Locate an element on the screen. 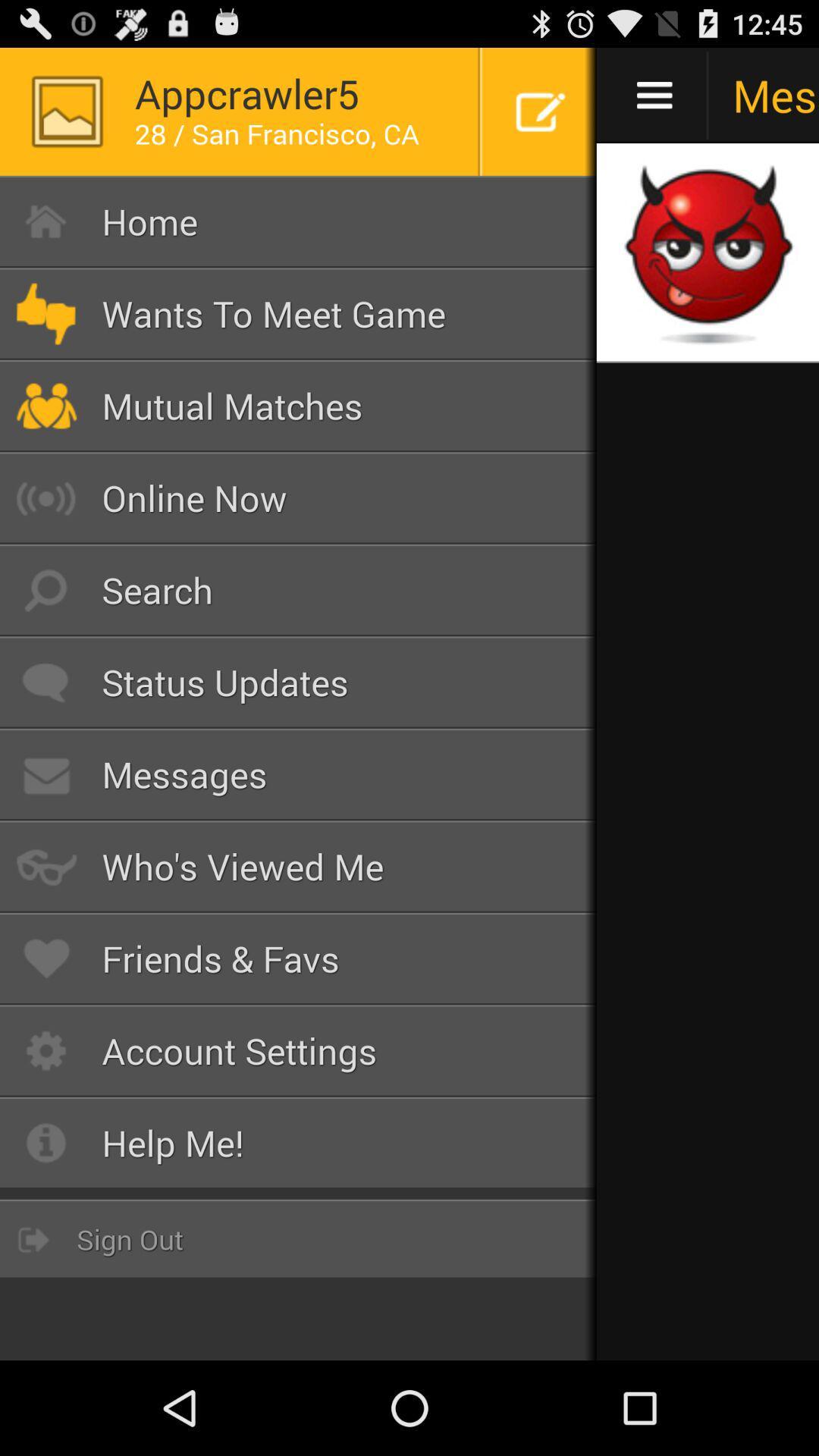 This screenshot has height=1456, width=819. the button above the messages item is located at coordinates (298, 682).